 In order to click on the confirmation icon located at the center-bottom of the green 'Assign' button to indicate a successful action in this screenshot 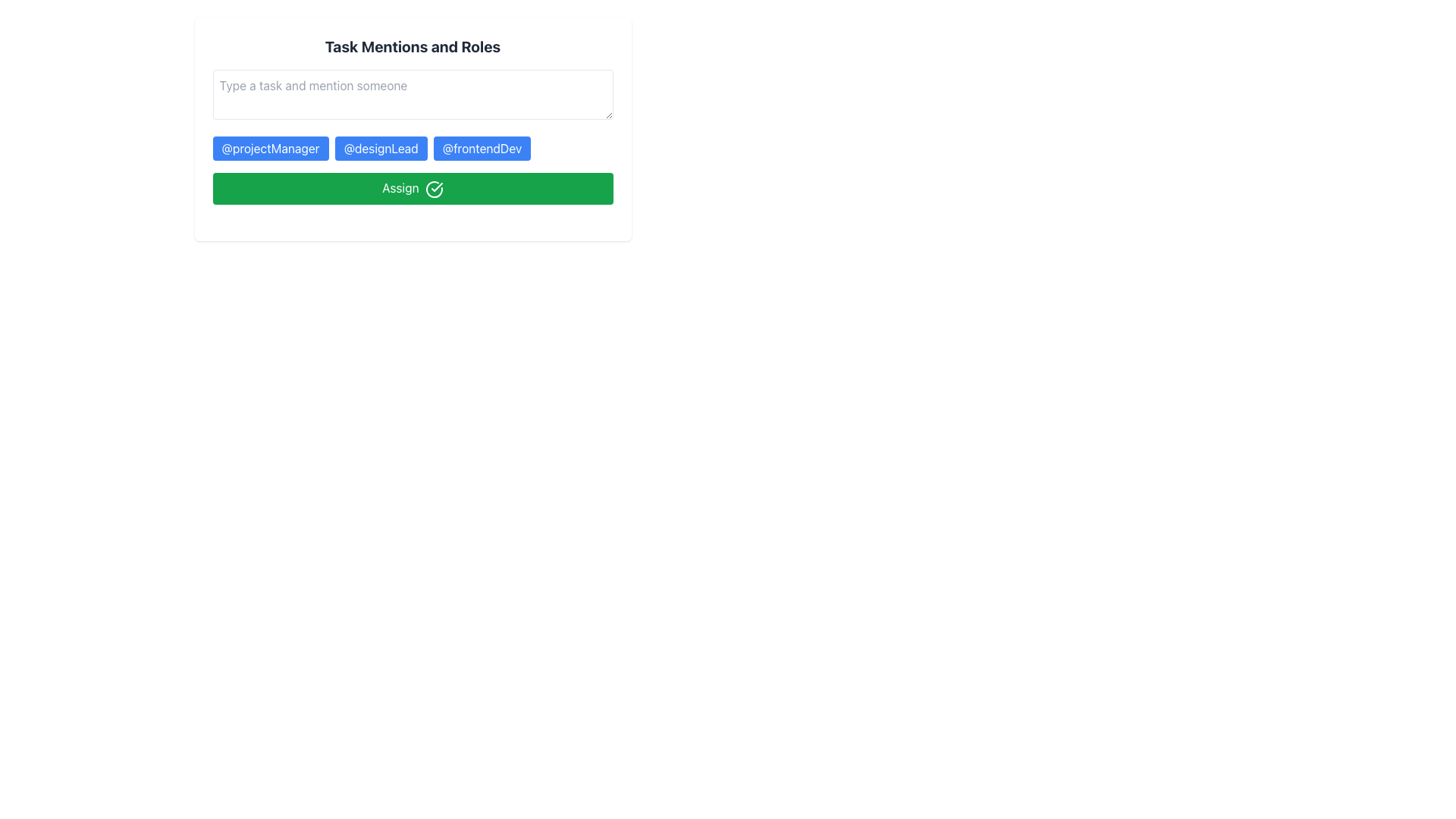, I will do `click(433, 188)`.